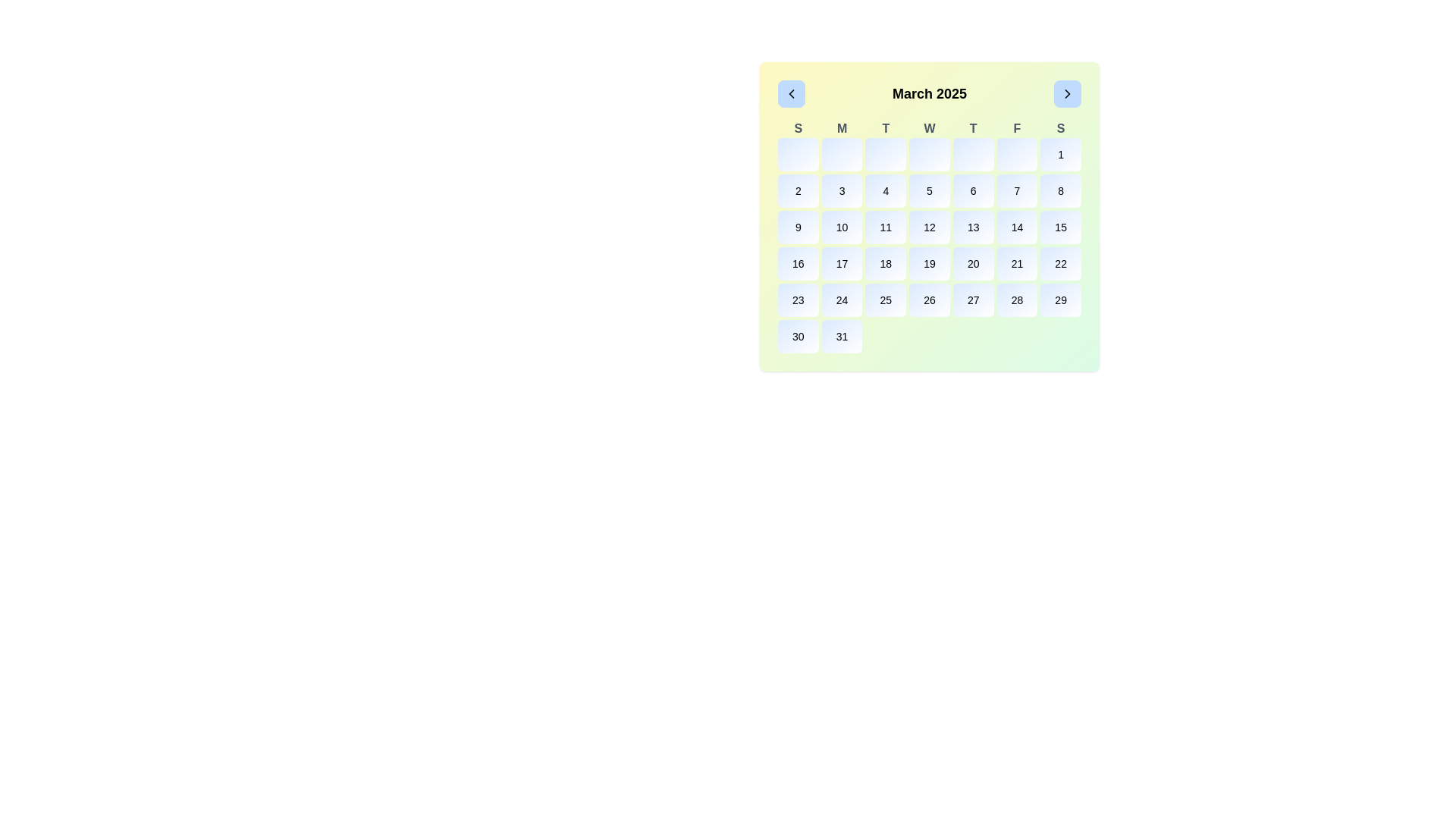 This screenshot has width=1456, height=819. I want to click on the rectangular interactive button with a gradient background located in the March 2025 calendar layout, positioned as the fifth item in the first row under Thursday, so click(973, 155).